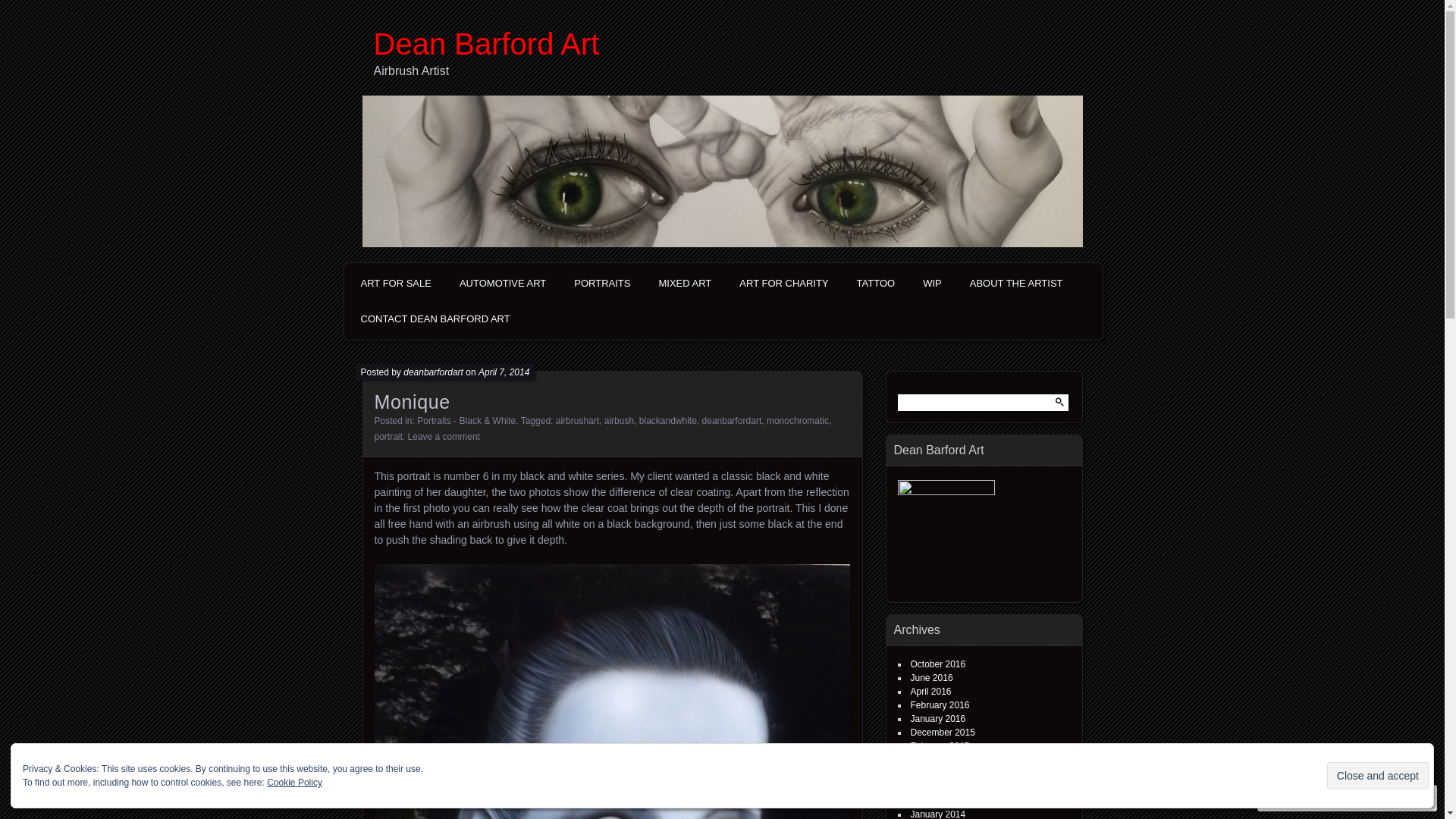 The image size is (1456, 819). I want to click on 'Portraits - Black & White', so click(465, 421).